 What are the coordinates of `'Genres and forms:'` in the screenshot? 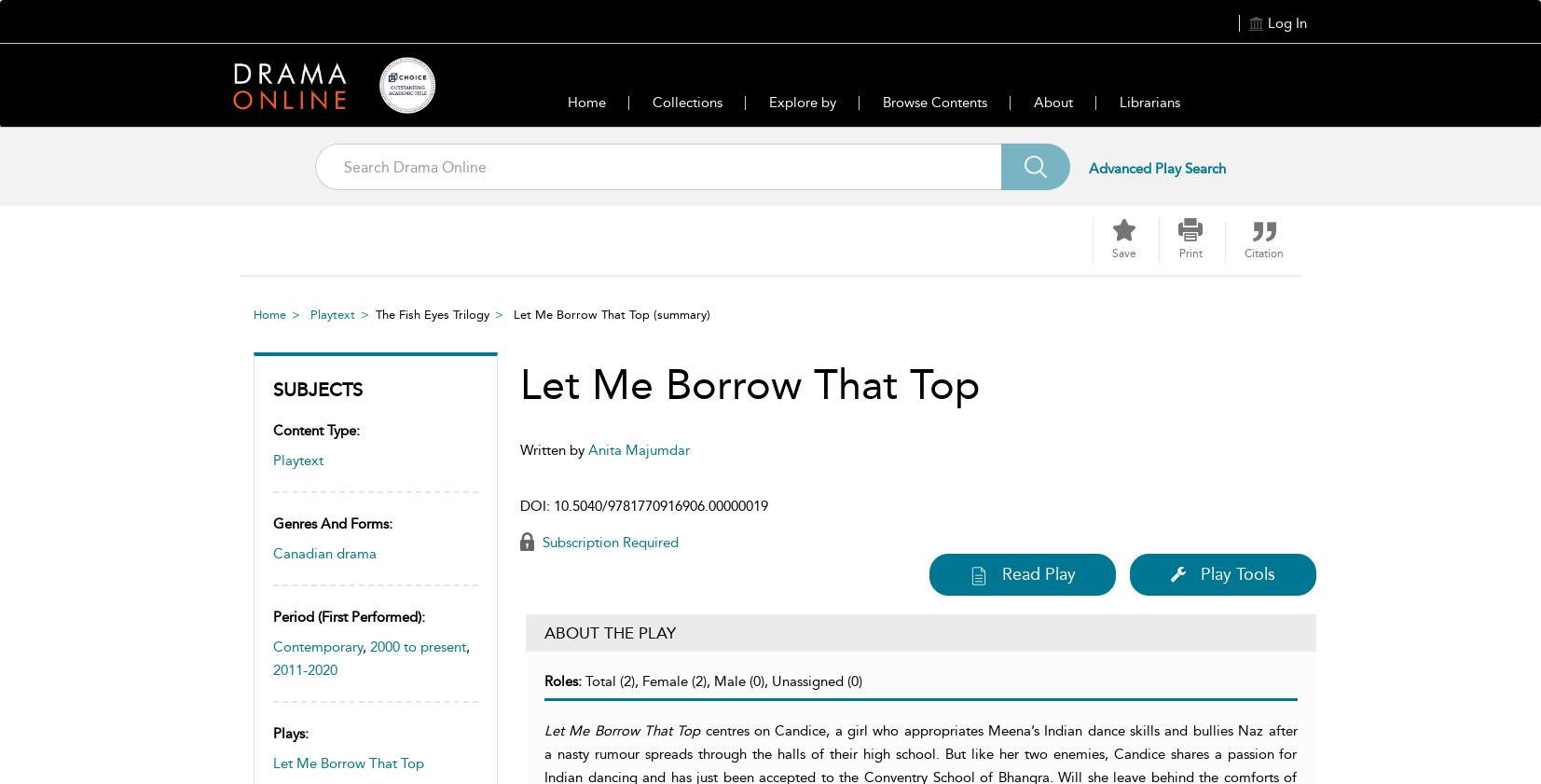 It's located at (331, 524).